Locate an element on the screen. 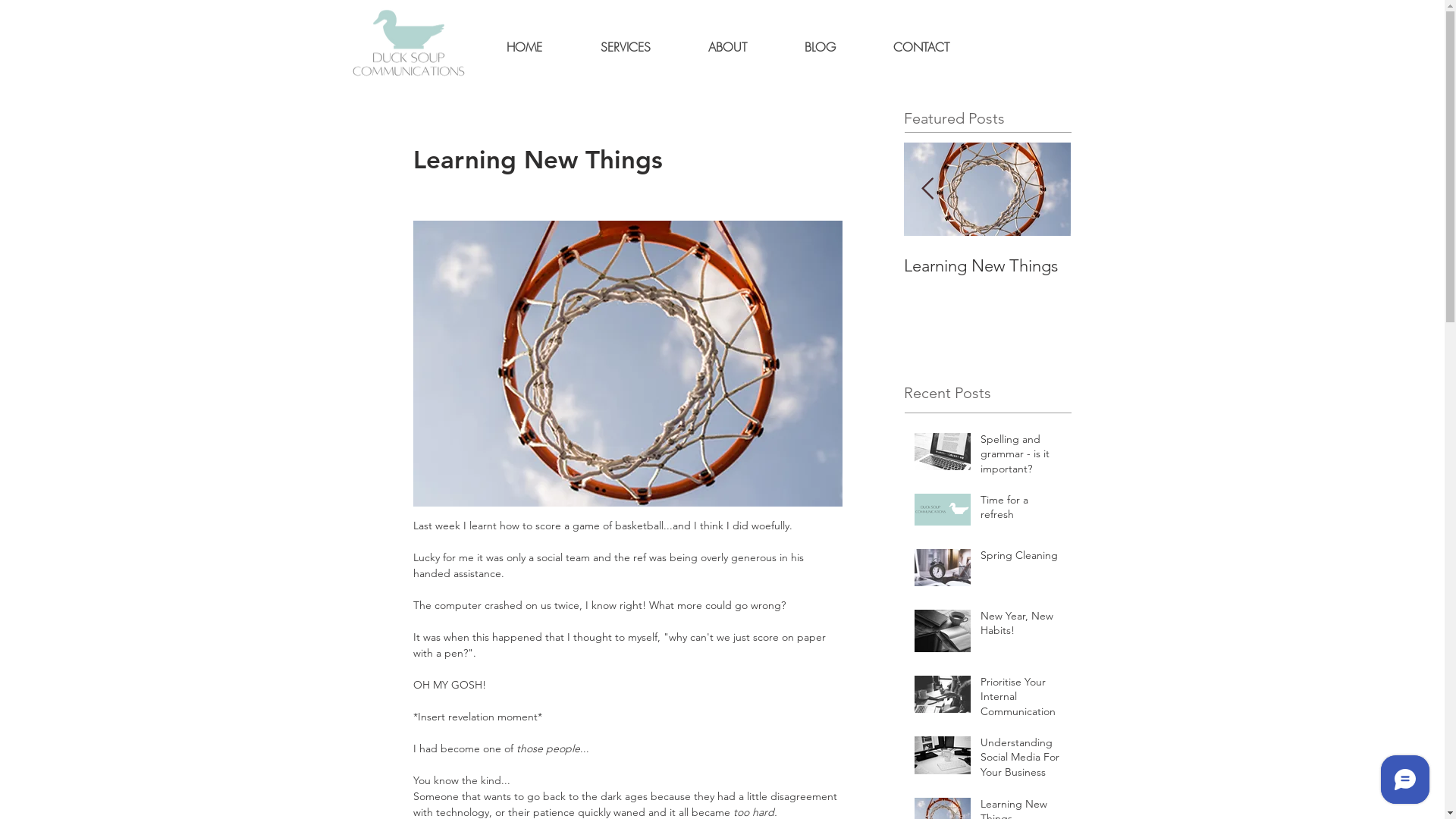  'Understanding Social Media For Your Business' is located at coordinates (819, 286).